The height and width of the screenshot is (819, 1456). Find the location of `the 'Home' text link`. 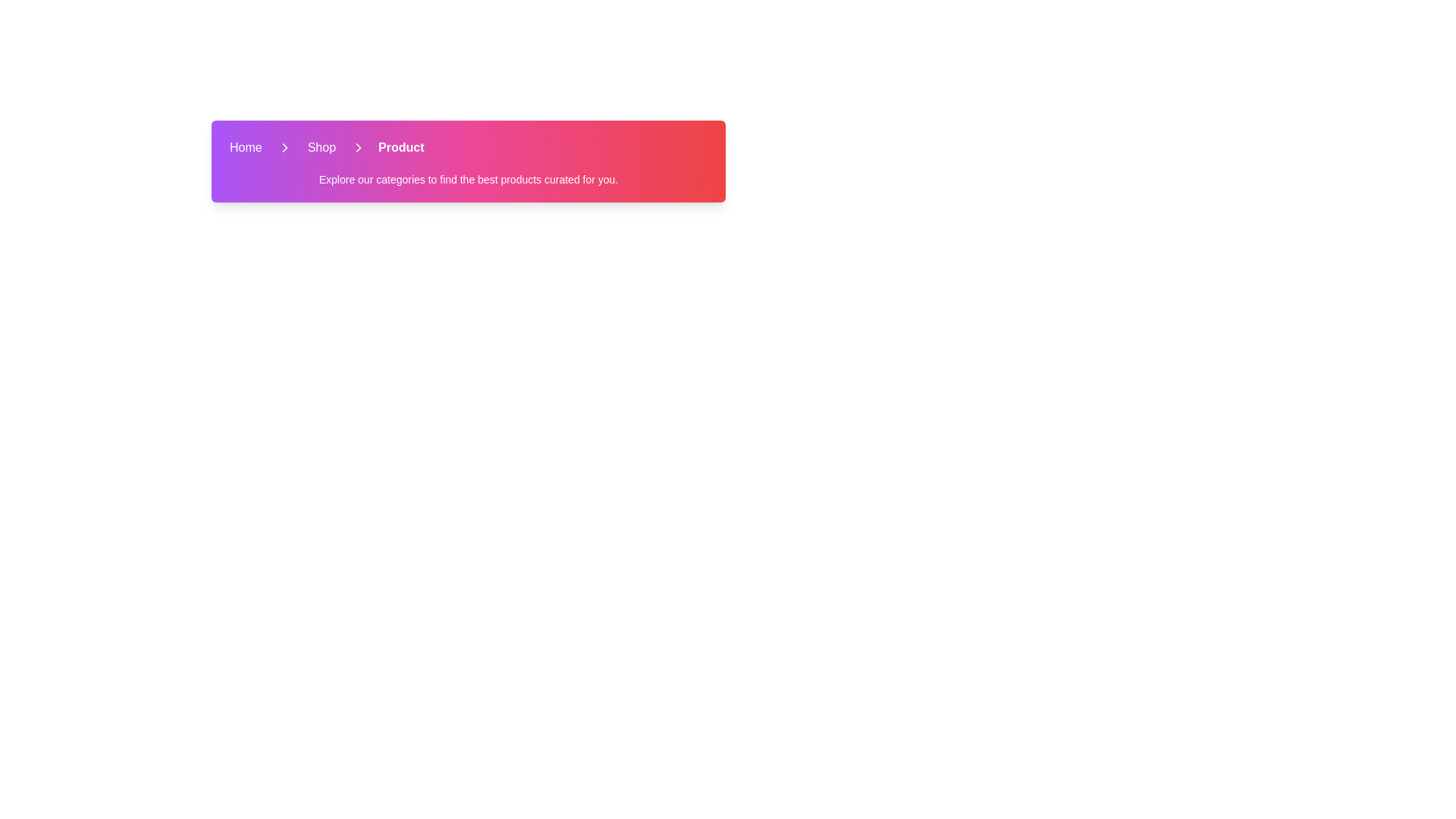

the 'Home' text link is located at coordinates (246, 148).